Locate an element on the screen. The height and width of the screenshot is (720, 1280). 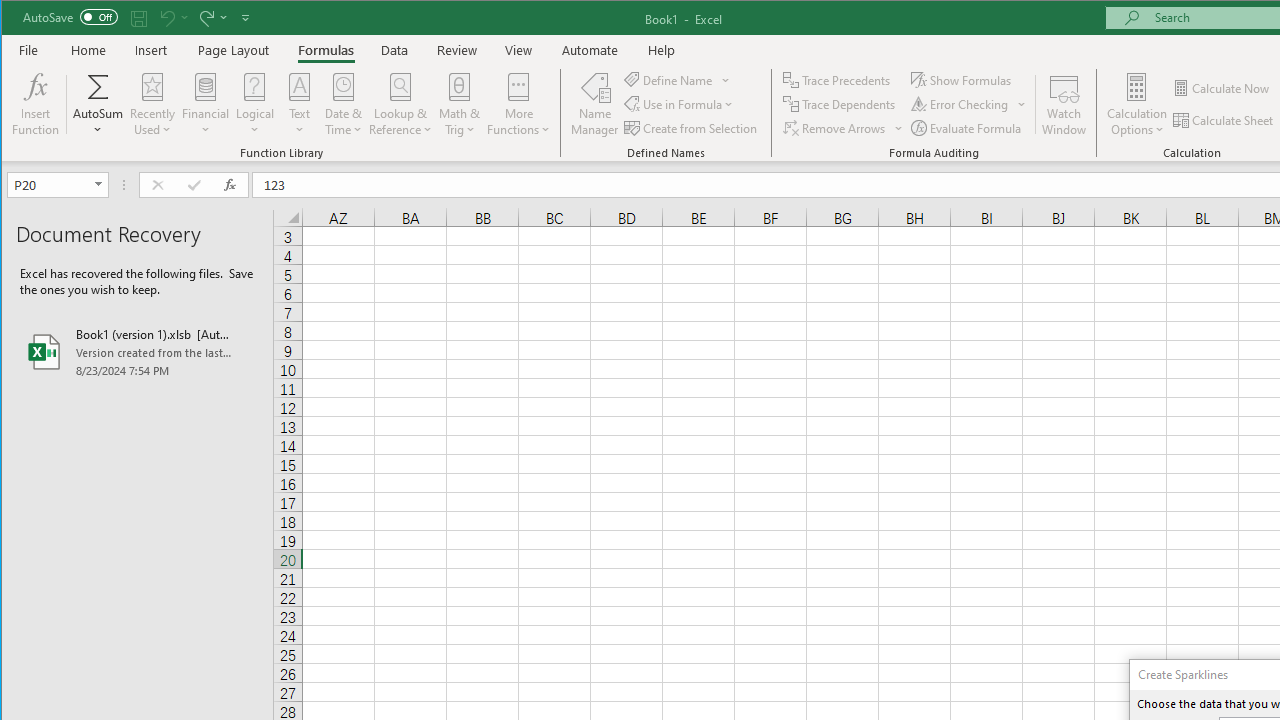
'Insert Function...' is located at coordinates (35, 104).